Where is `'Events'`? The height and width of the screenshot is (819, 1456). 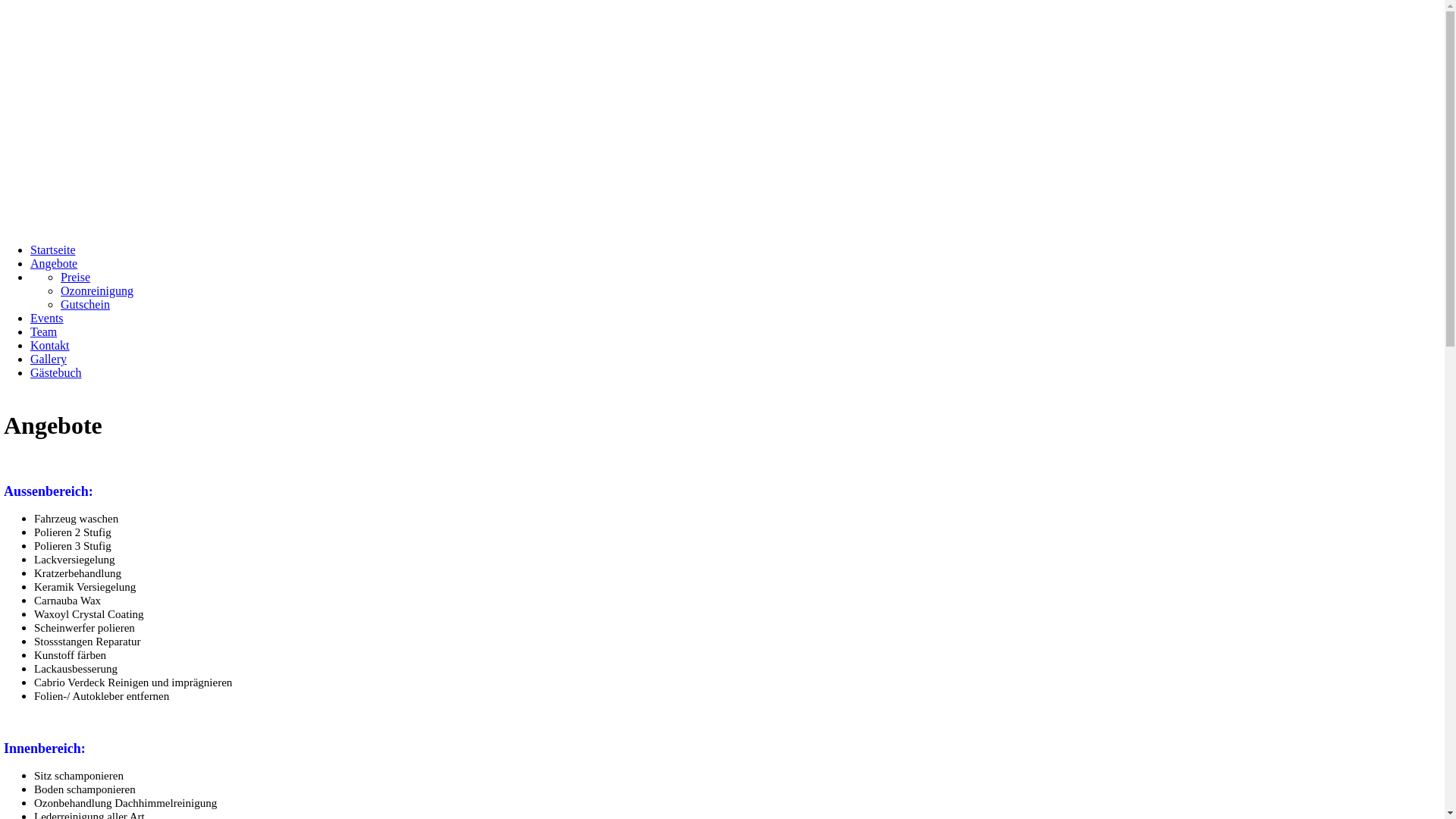
'Events' is located at coordinates (47, 317).